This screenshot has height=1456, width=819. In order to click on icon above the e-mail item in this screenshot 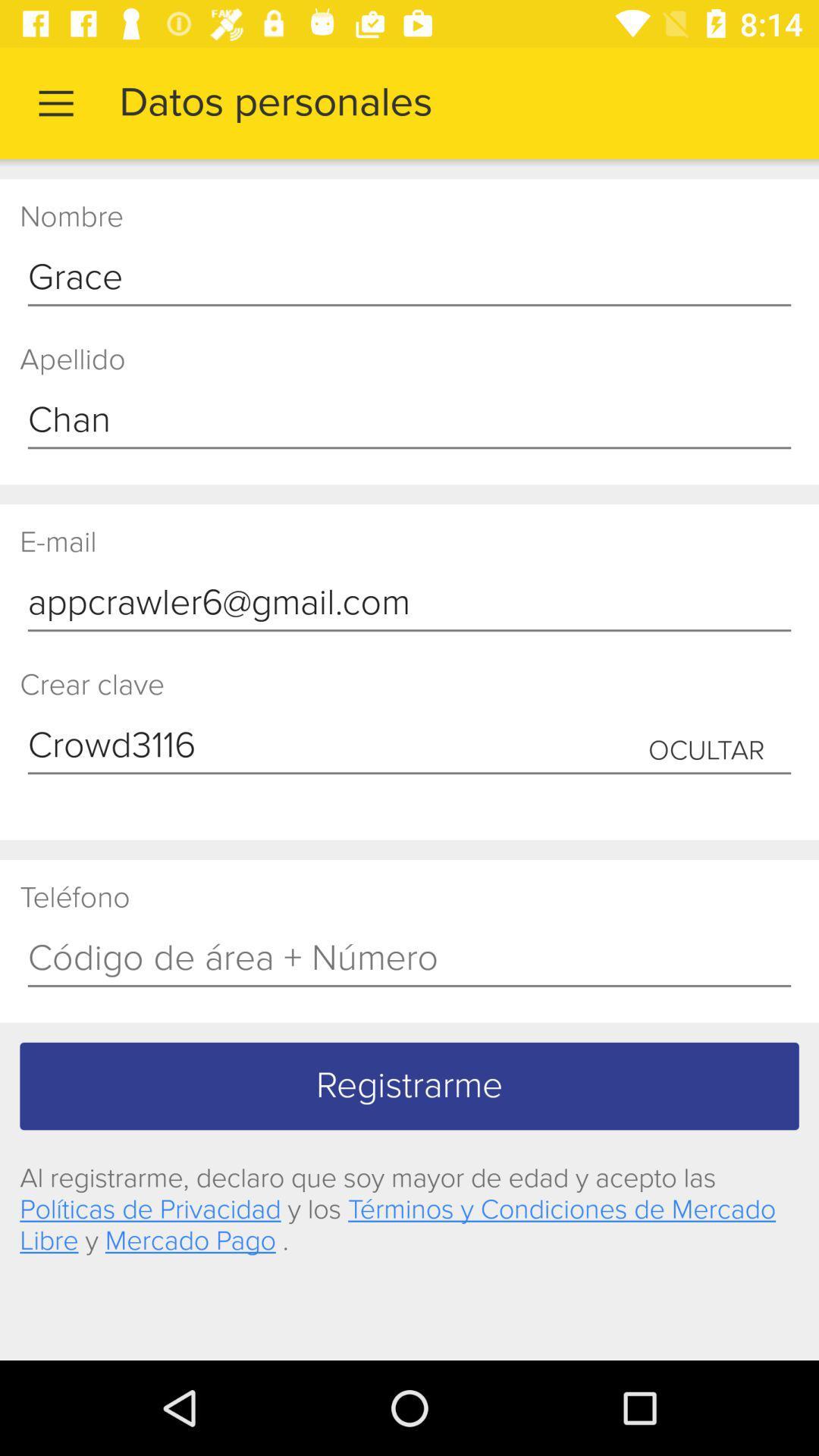, I will do `click(409, 421)`.